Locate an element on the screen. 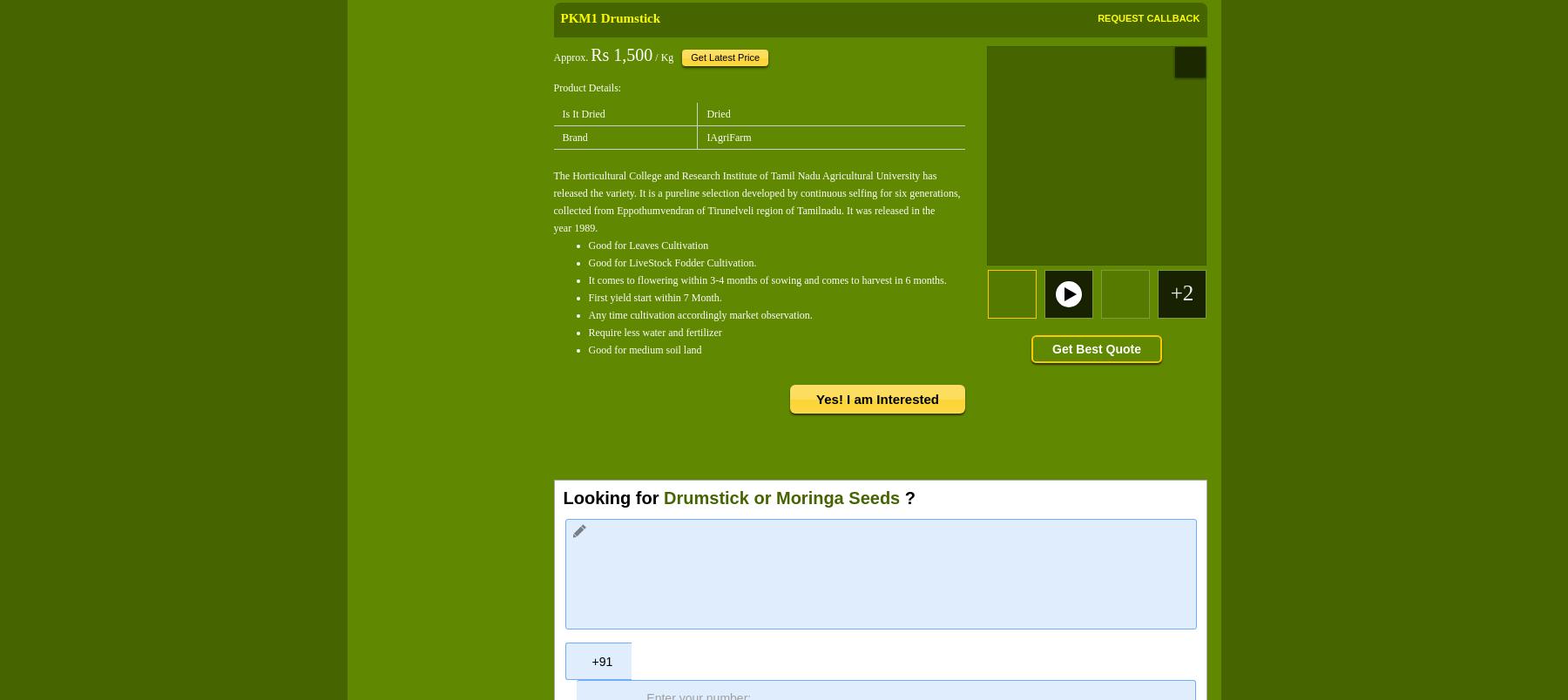 Image resolution: width=1568 pixels, height=700 pixels. 'First yield start within 7 Month.' is located at coordinates (653, 298).